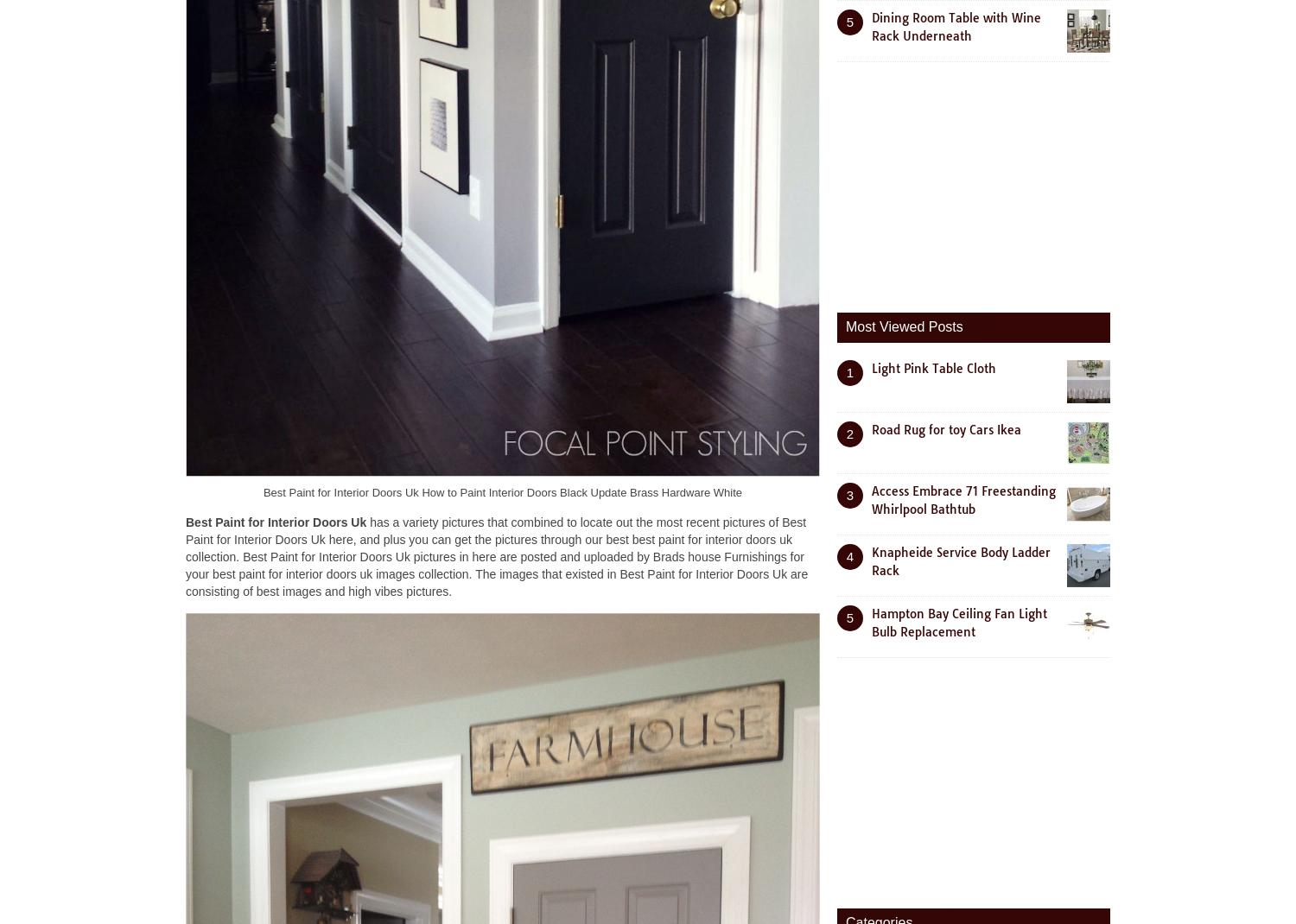 The width and height of the screenshot is (1296, 924). I want to click on 'Access Embrace 71 Freestanding Whirlpool Bathtub', so click(872, 498).